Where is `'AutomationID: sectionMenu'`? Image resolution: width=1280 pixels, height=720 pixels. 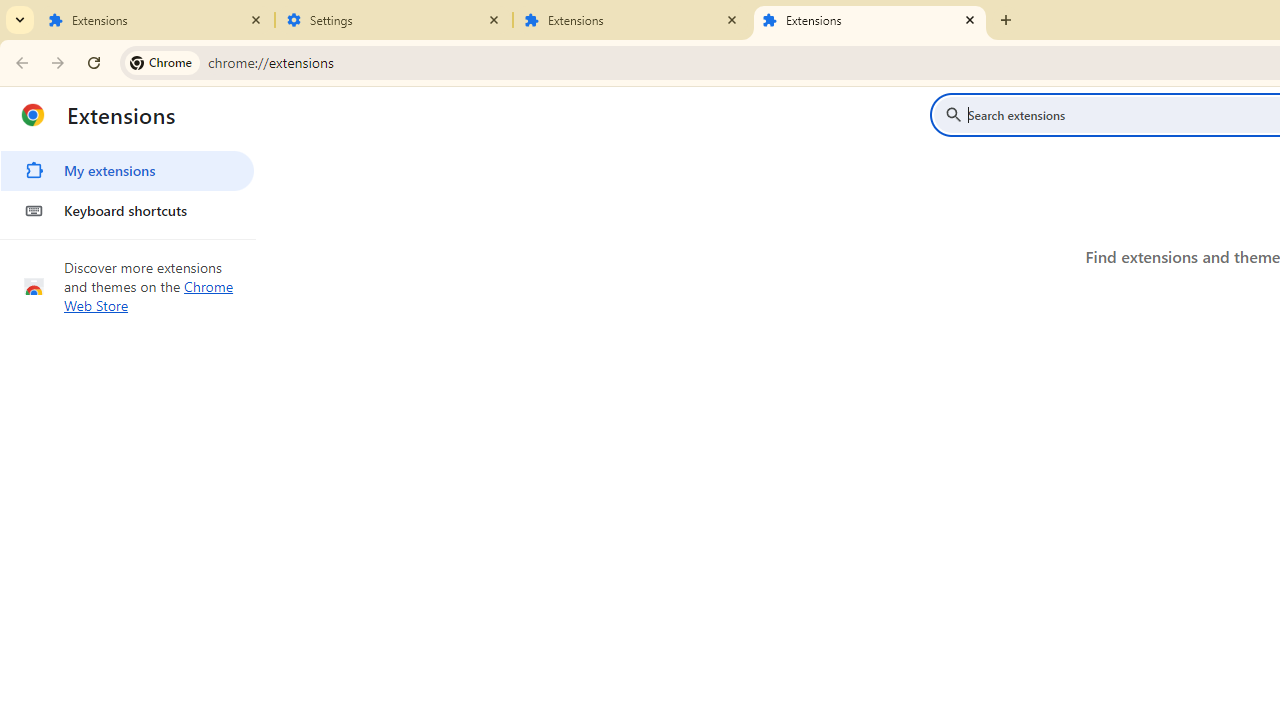 'AutomationID: sectionMenu' is located at coordinates (127, 187).